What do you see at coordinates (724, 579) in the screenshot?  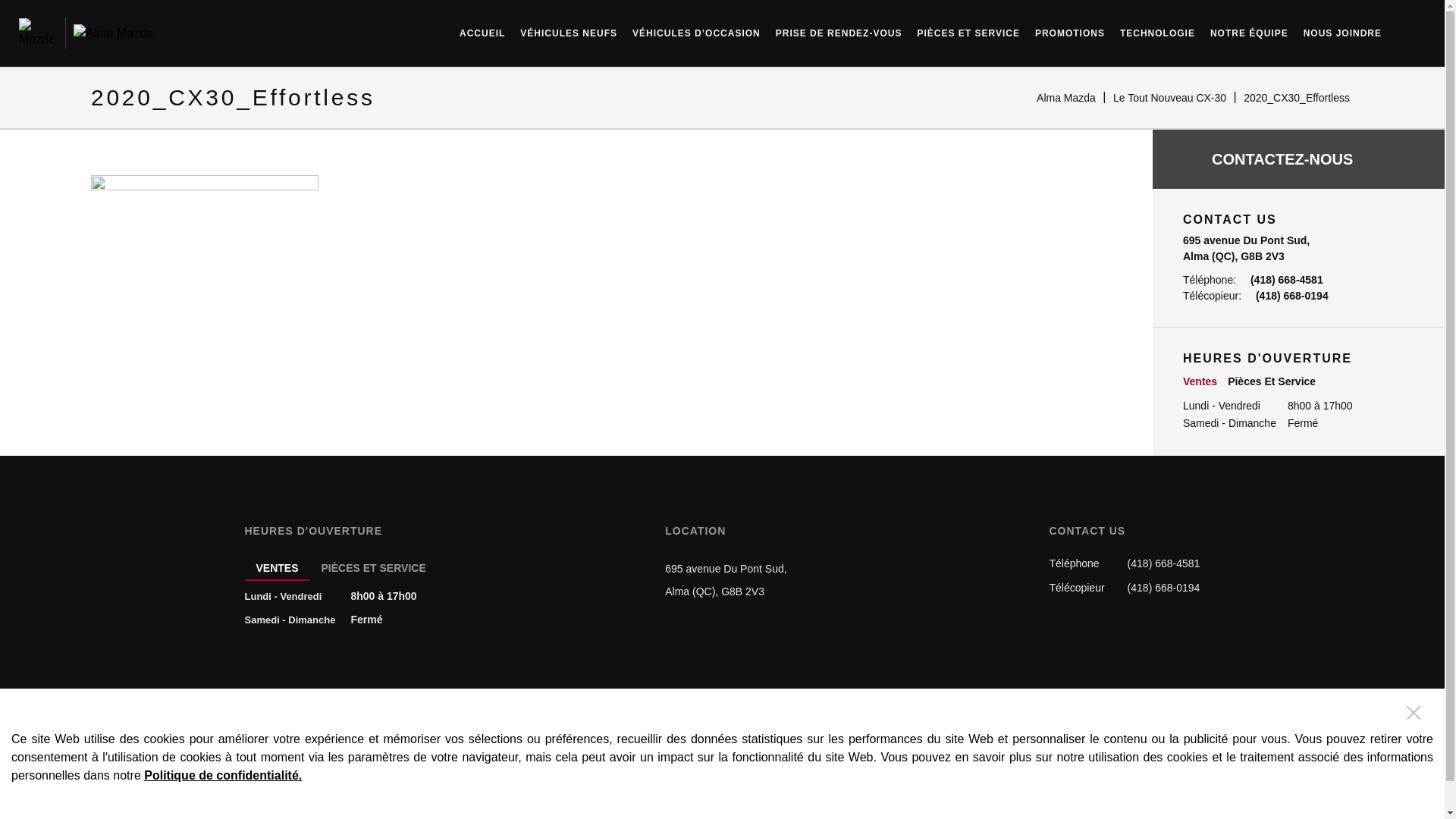 I see `'695 avenue Du Pont Sud,` at bounding box center [724, 579].